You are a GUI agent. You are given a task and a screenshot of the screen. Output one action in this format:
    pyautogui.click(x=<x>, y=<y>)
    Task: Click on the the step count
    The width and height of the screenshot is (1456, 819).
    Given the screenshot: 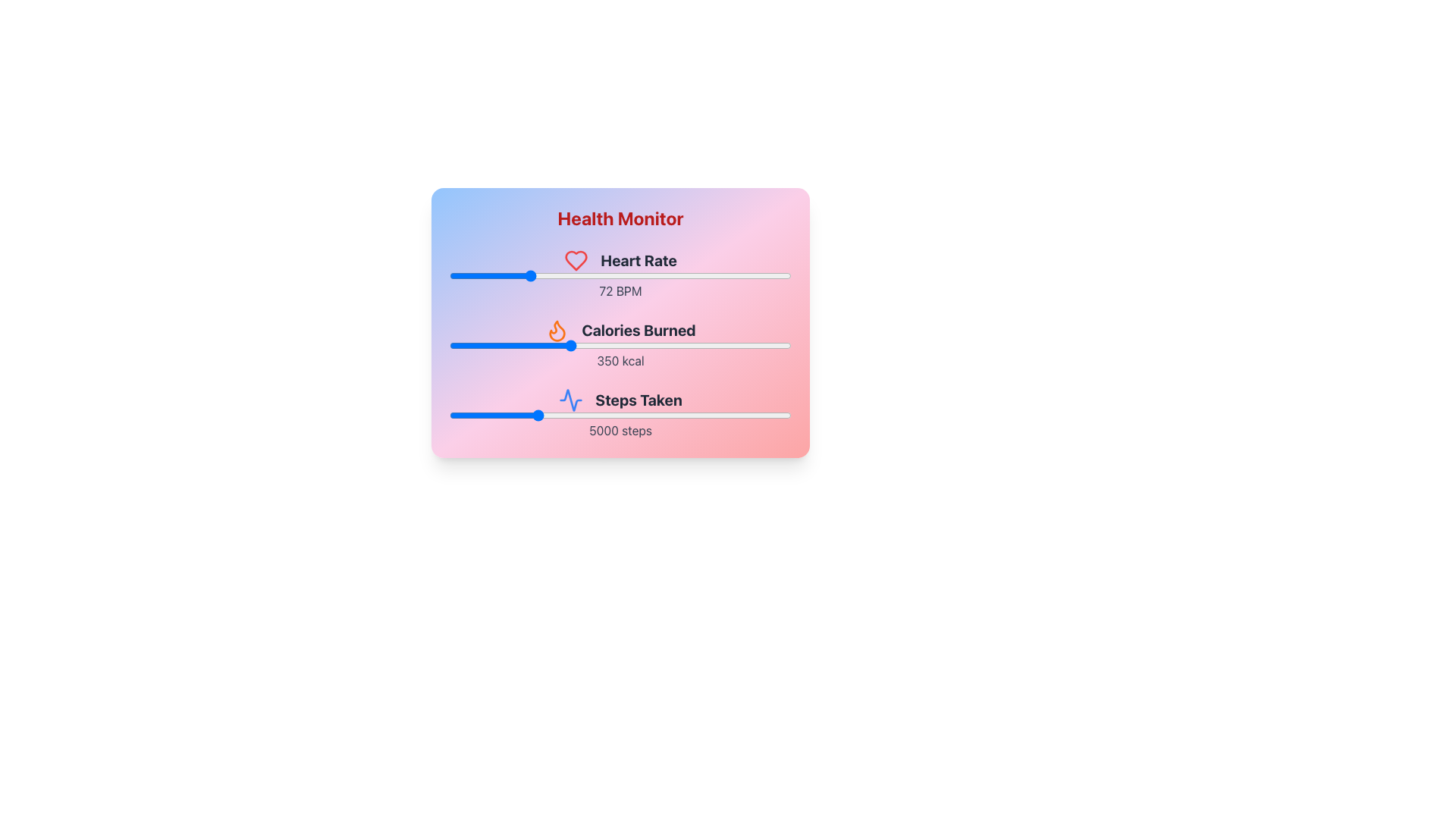 What is the action you would take?
    pyautogui.click(x=689, y=415)
    